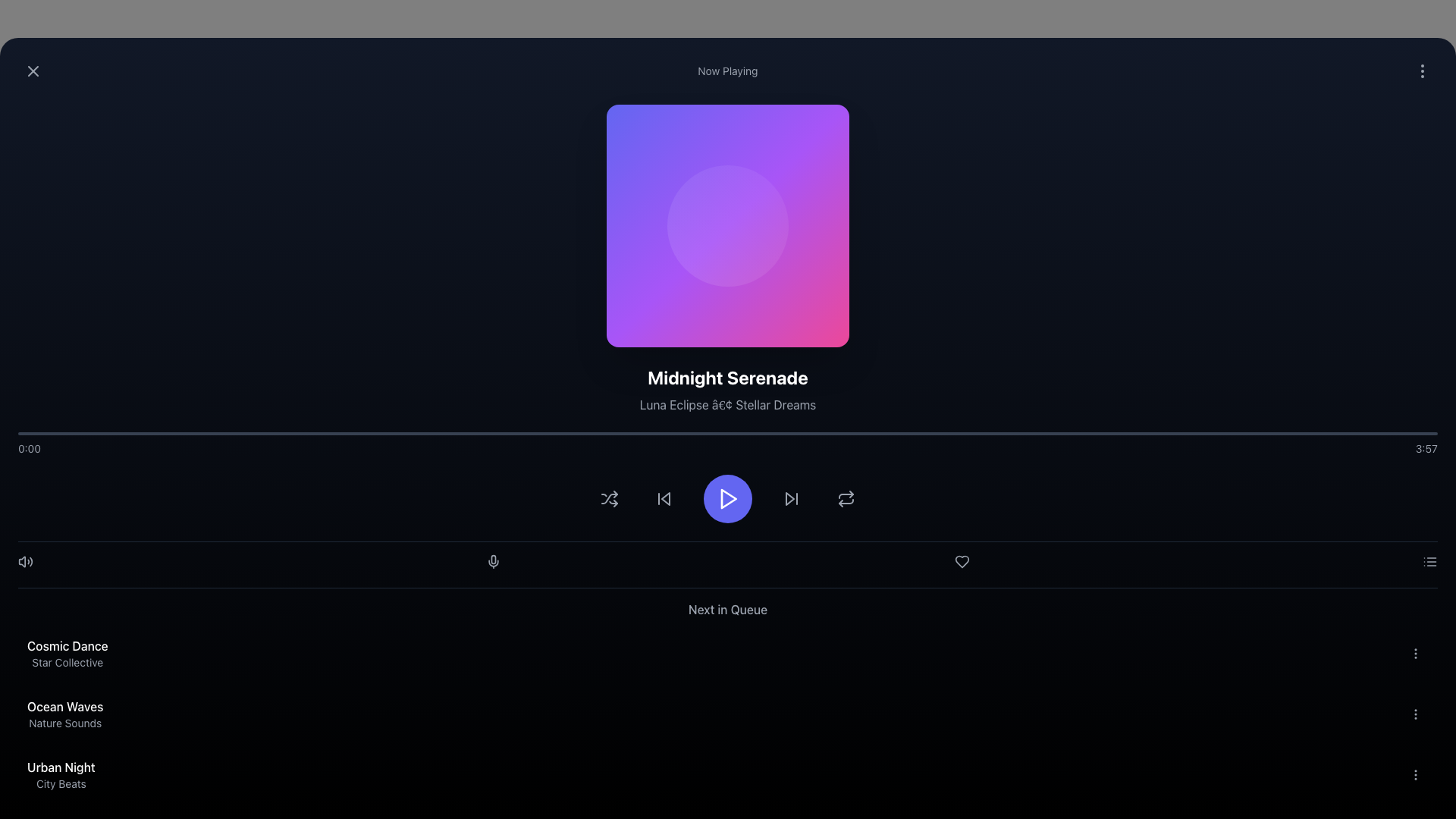 The image size is (1456, 819). I want to click on the circular repeat icon button, which features two arrows forming a loop and is styled with a gray color scheme, so click(846, 499).